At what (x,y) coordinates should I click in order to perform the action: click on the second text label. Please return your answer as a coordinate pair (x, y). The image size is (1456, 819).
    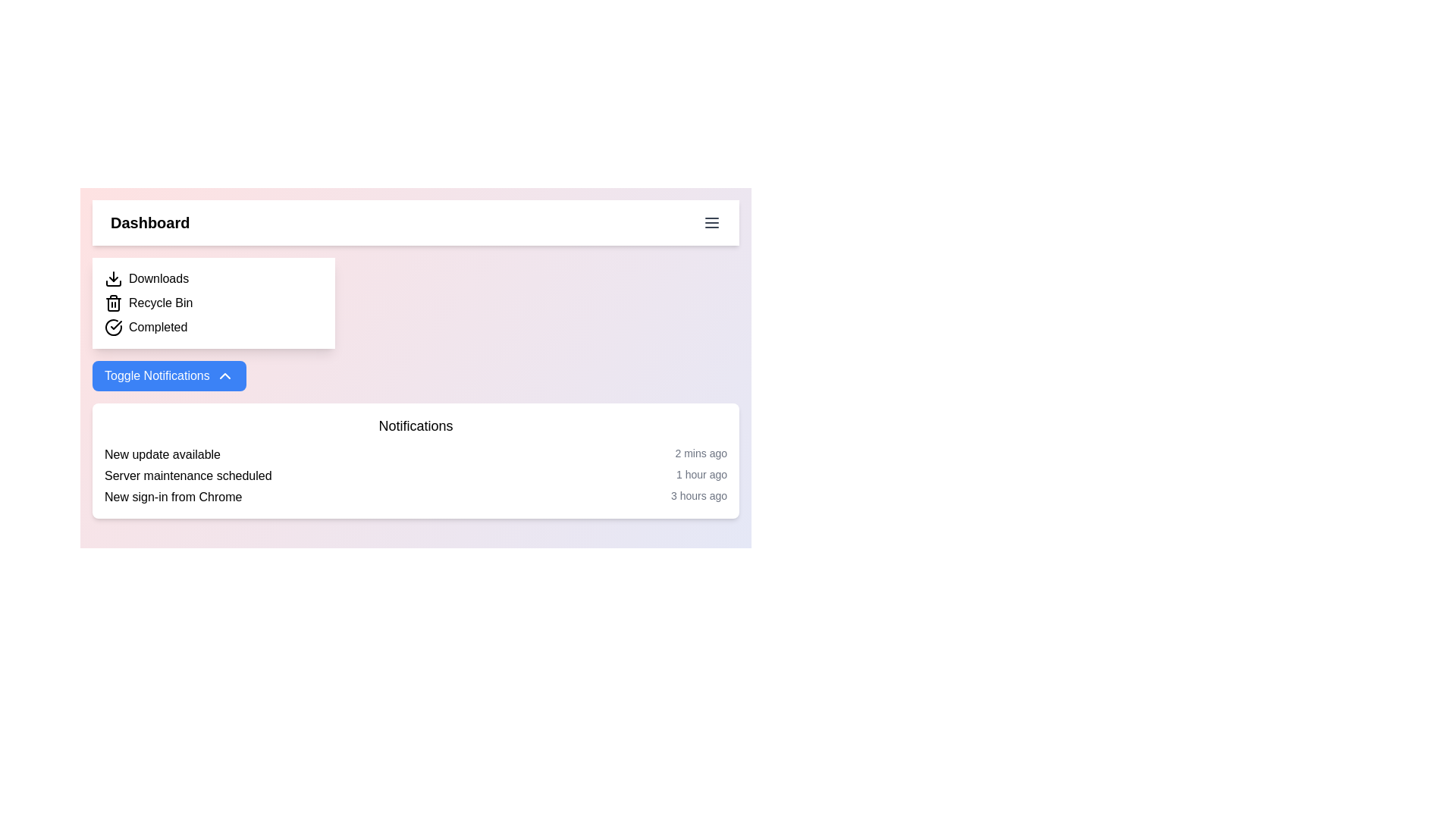
    Looking at the image, I should click on (161, 303).